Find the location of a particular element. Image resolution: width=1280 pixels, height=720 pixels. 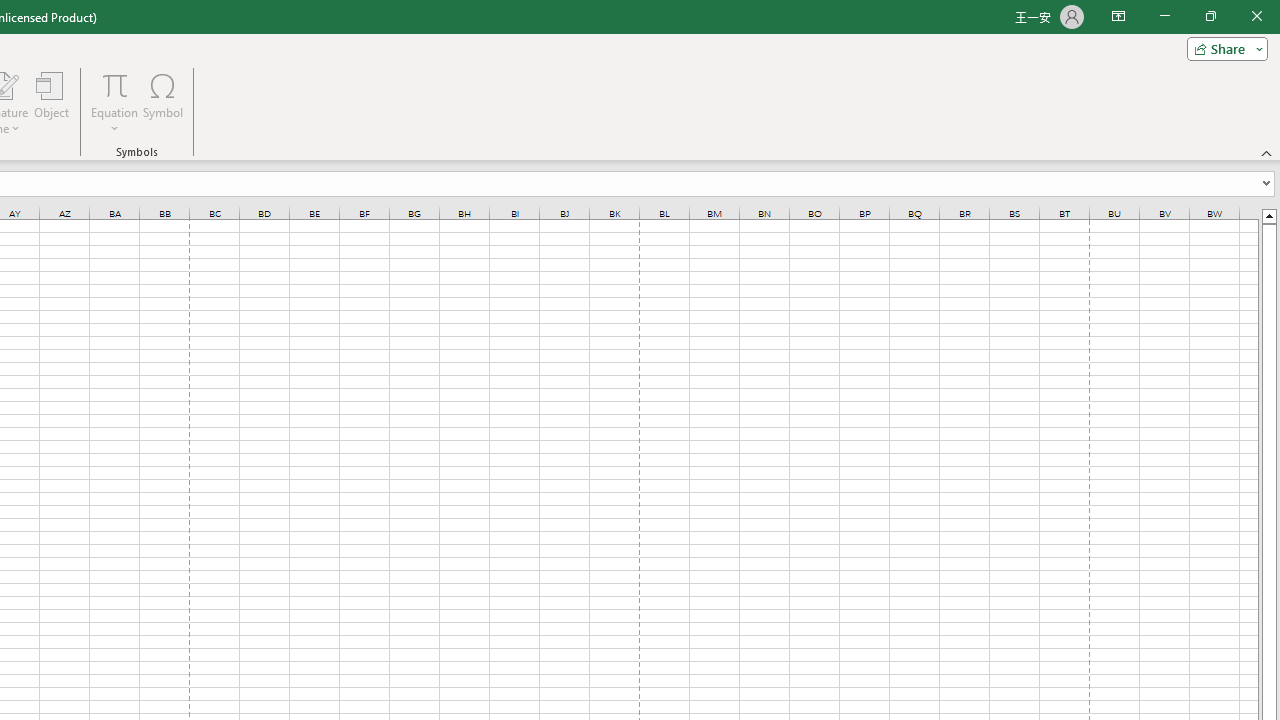

'Minimize' is located at coordinates (1164, 16).